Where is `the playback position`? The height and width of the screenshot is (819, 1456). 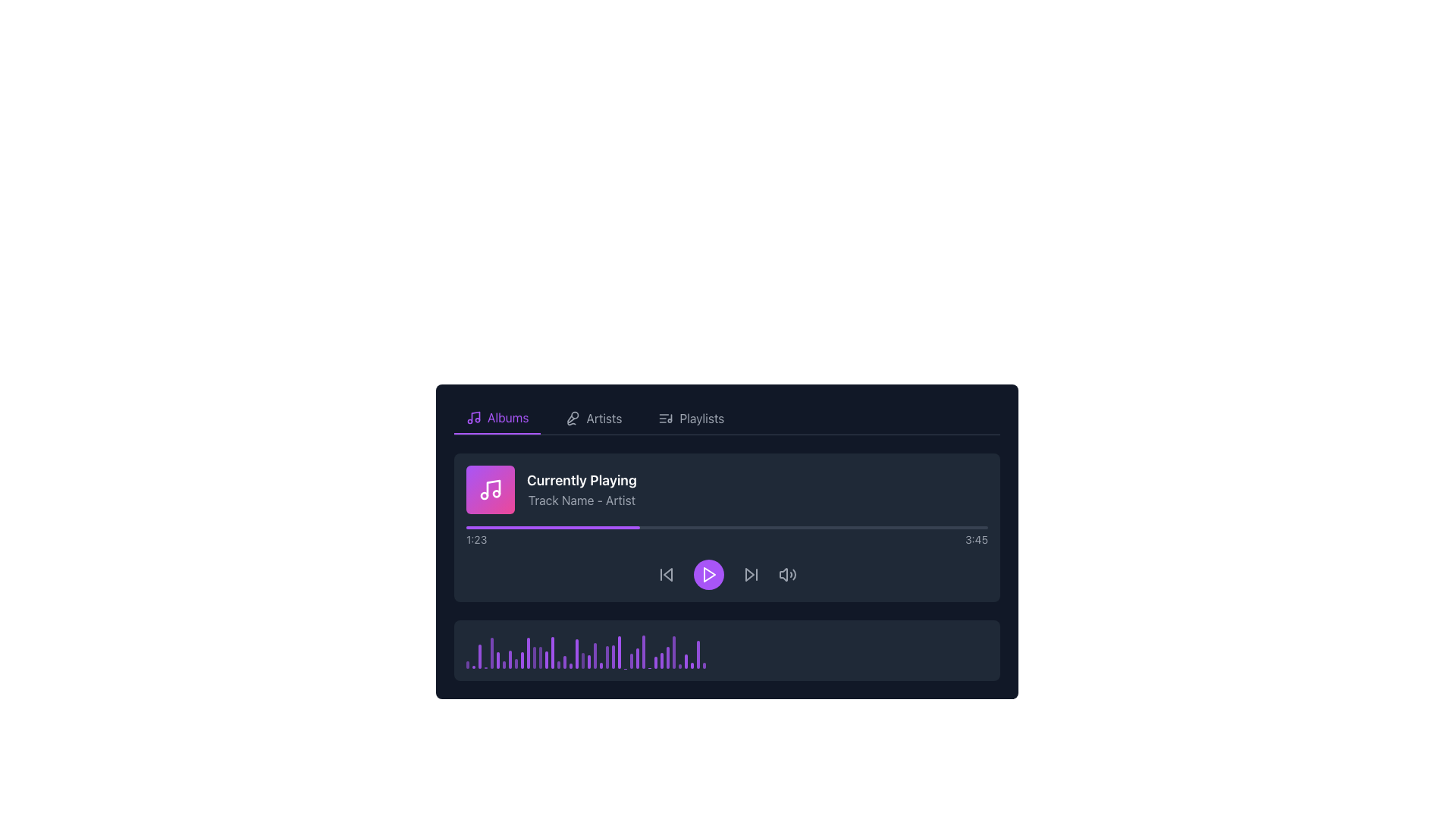
the playback position is located at coordinates (770, 526).